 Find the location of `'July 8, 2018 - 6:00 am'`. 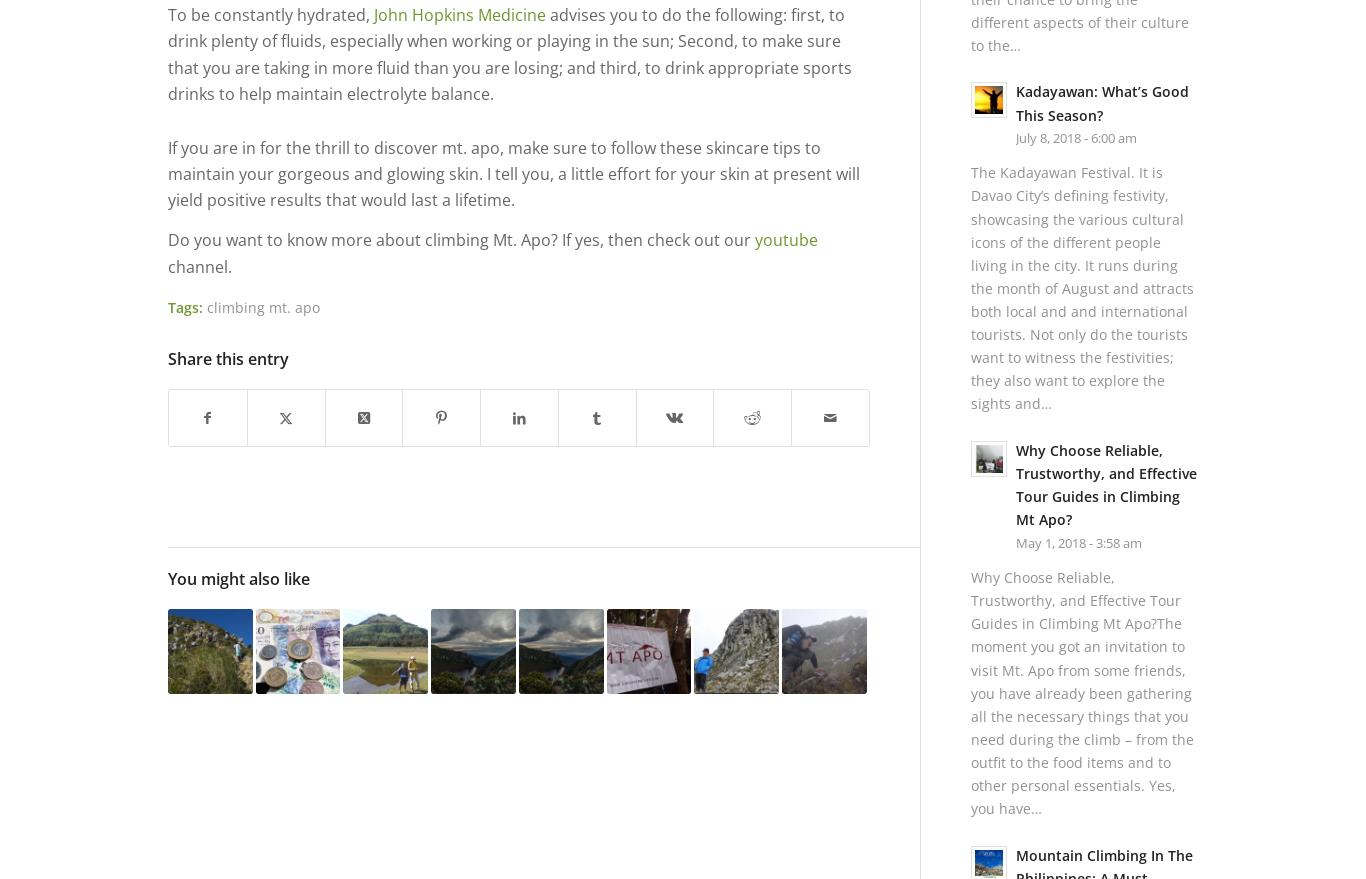

'July 8, 2018 - 6:00 am' is located at coordinates (1074, 137).